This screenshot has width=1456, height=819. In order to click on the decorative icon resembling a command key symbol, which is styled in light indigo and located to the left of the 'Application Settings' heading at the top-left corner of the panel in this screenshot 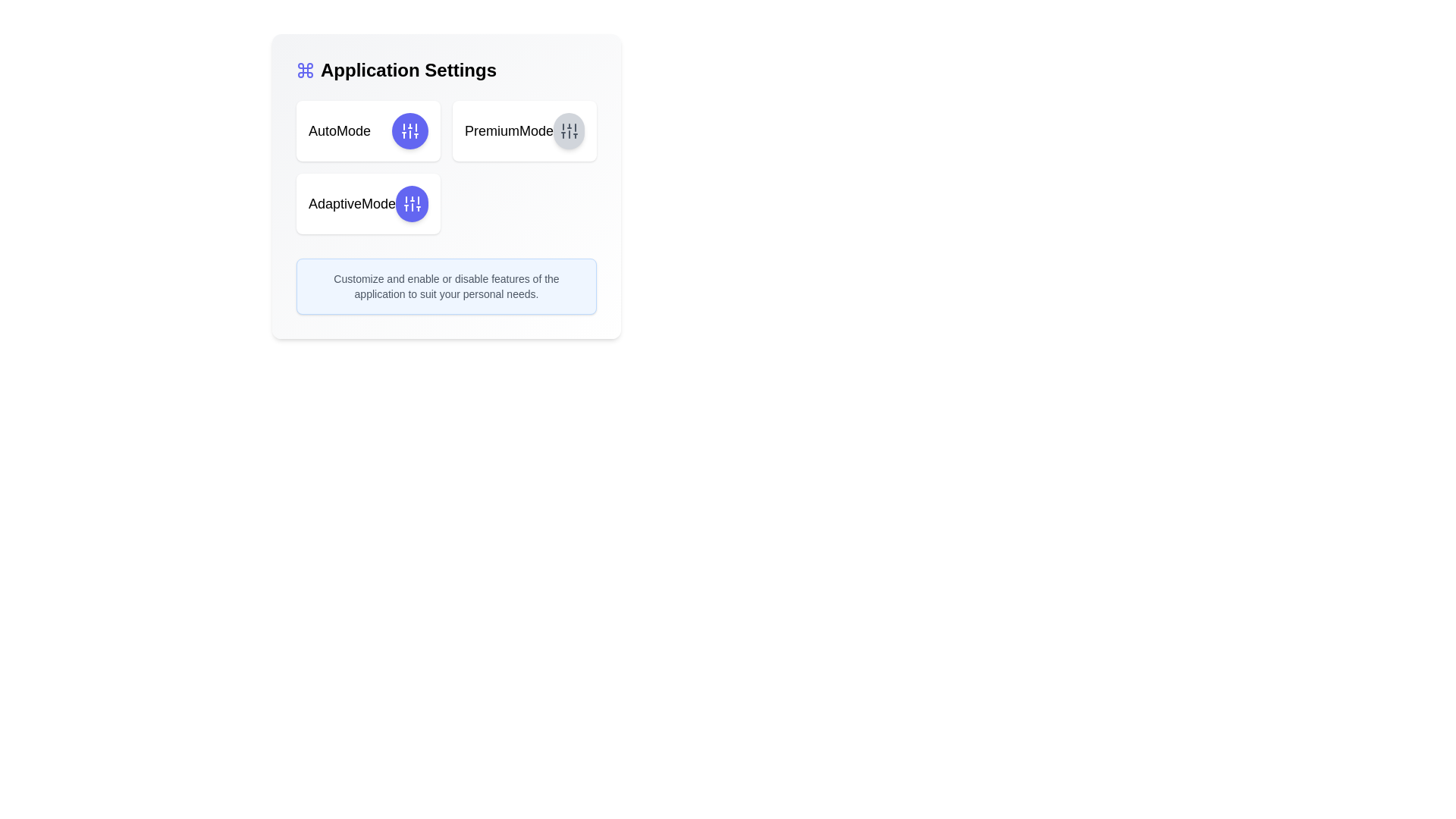, I will do `click(305, 70)`.